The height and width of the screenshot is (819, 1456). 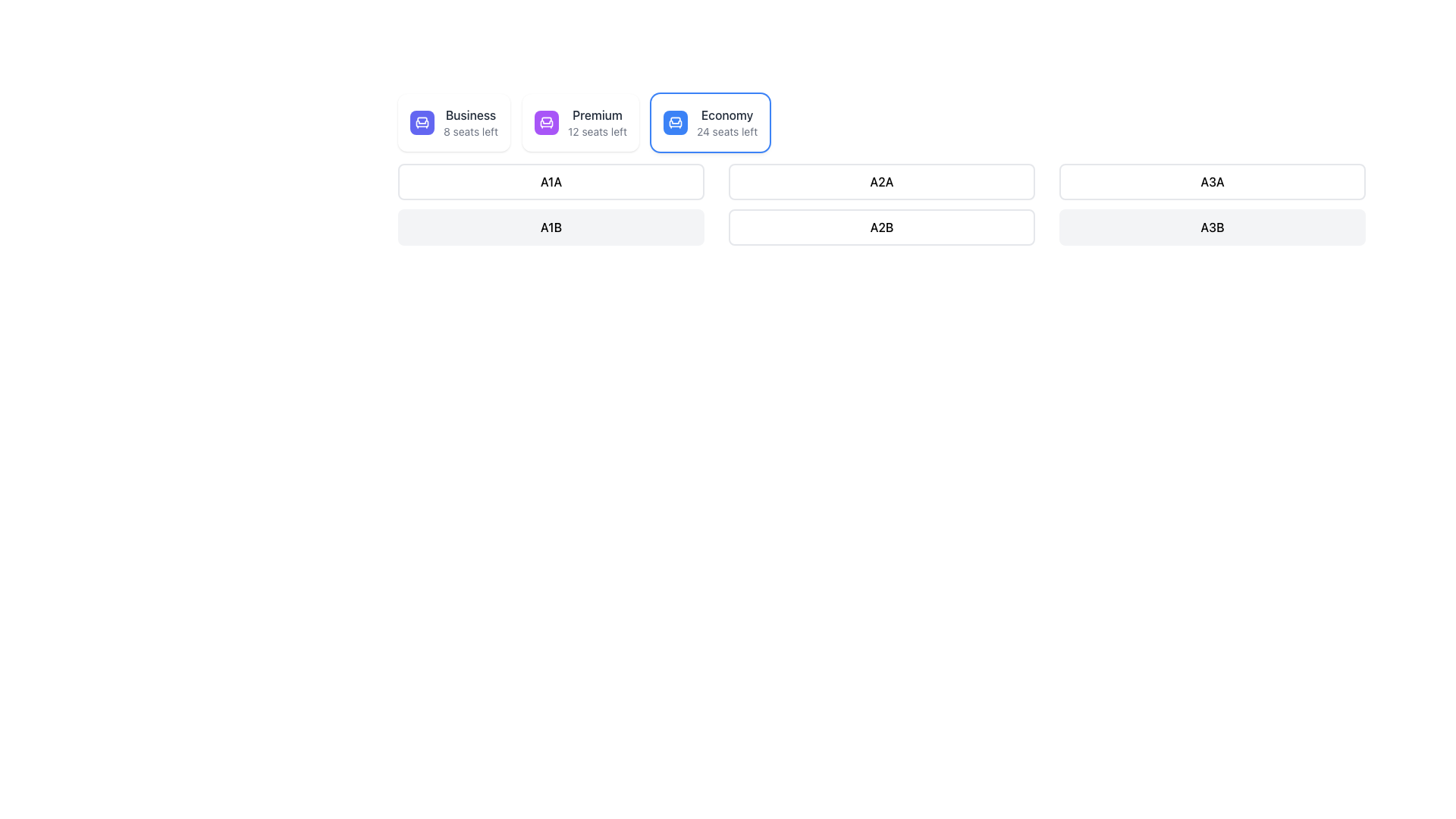 What do you see at coordinates (546, 123) in the screenshot?
I see `'Premium' cabin class logo icon, which is the second icon in a series of three icons located at the top area of the layout` at bounding box center [546, 123].